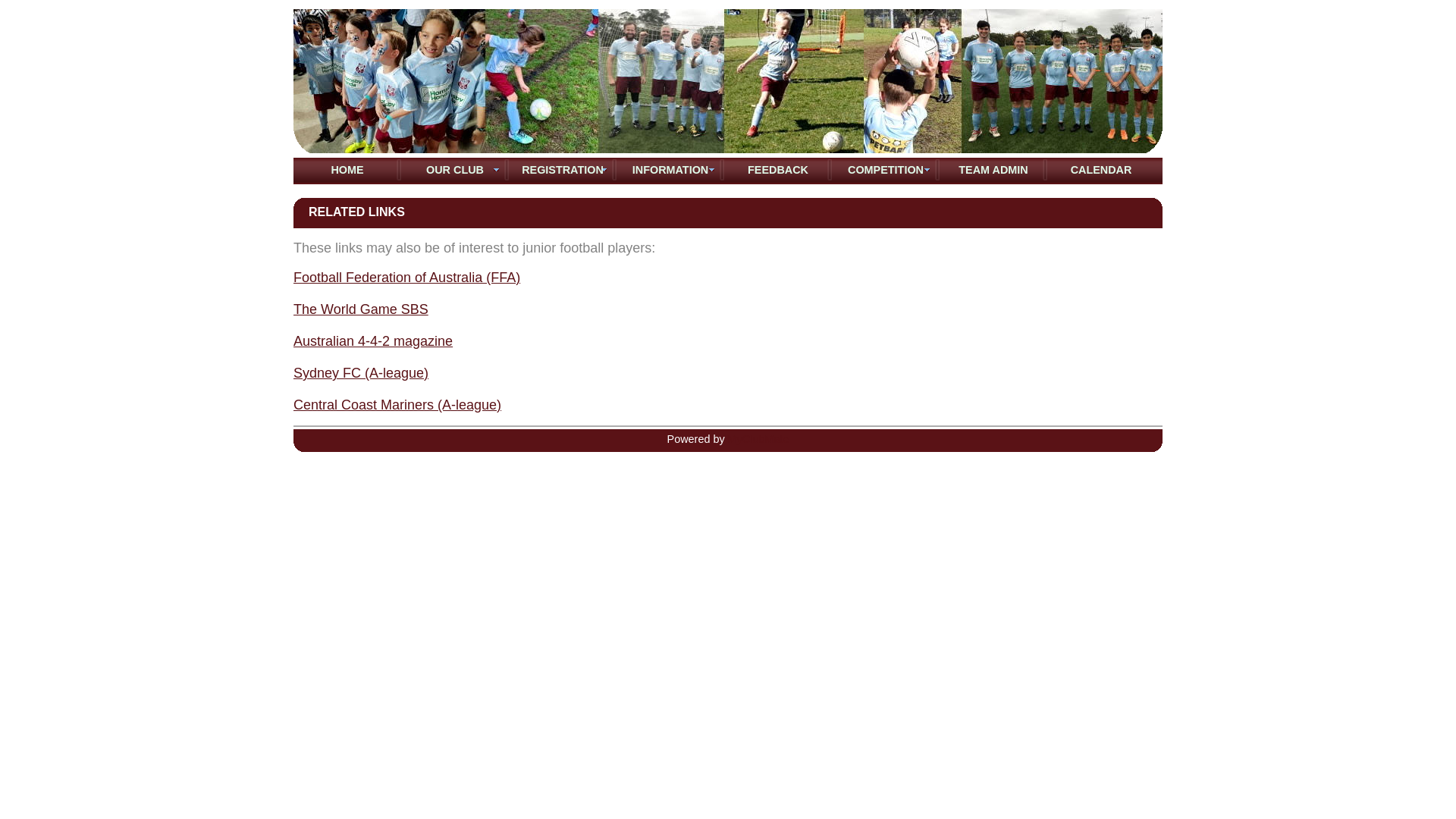 The width and height of the screenshot is (1456, 819). Describe the element at coordinates (778, 169) in the screenshot. I see `'FEEDBACK'` at that location.